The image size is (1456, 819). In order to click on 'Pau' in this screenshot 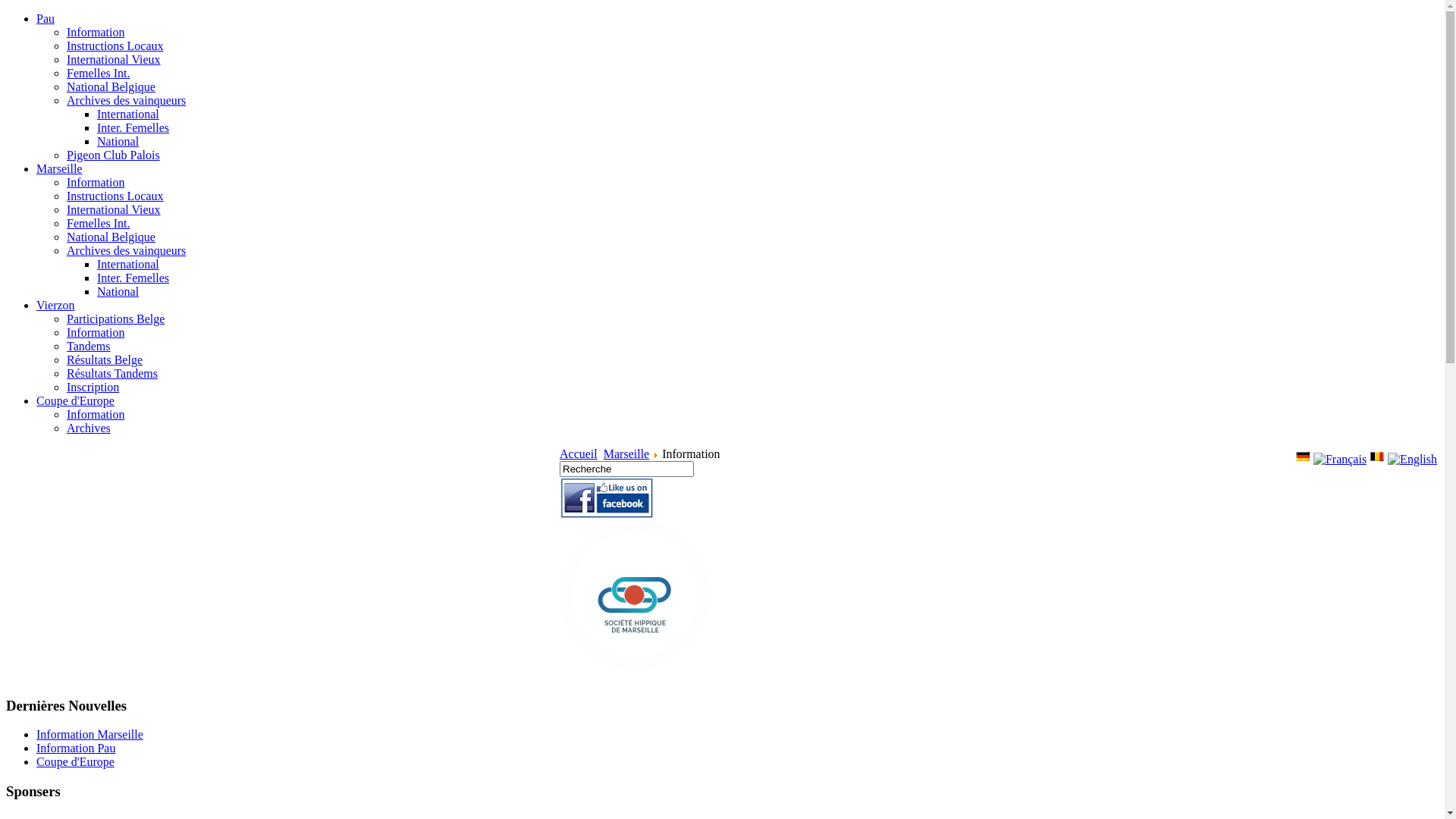, I will do `click(45, 18)`.